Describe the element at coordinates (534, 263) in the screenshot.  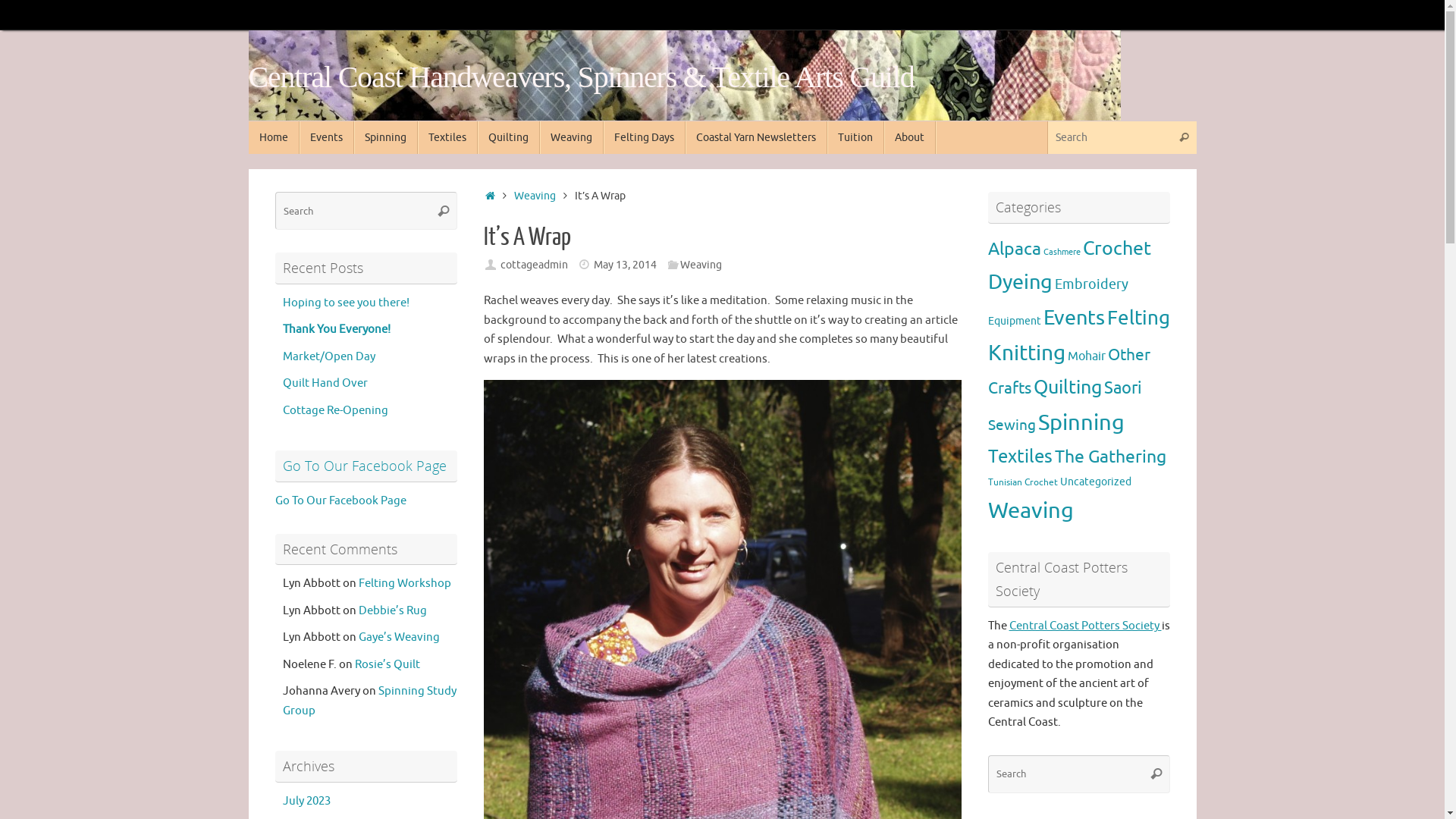
I see `'cottageadmin'` at that location.